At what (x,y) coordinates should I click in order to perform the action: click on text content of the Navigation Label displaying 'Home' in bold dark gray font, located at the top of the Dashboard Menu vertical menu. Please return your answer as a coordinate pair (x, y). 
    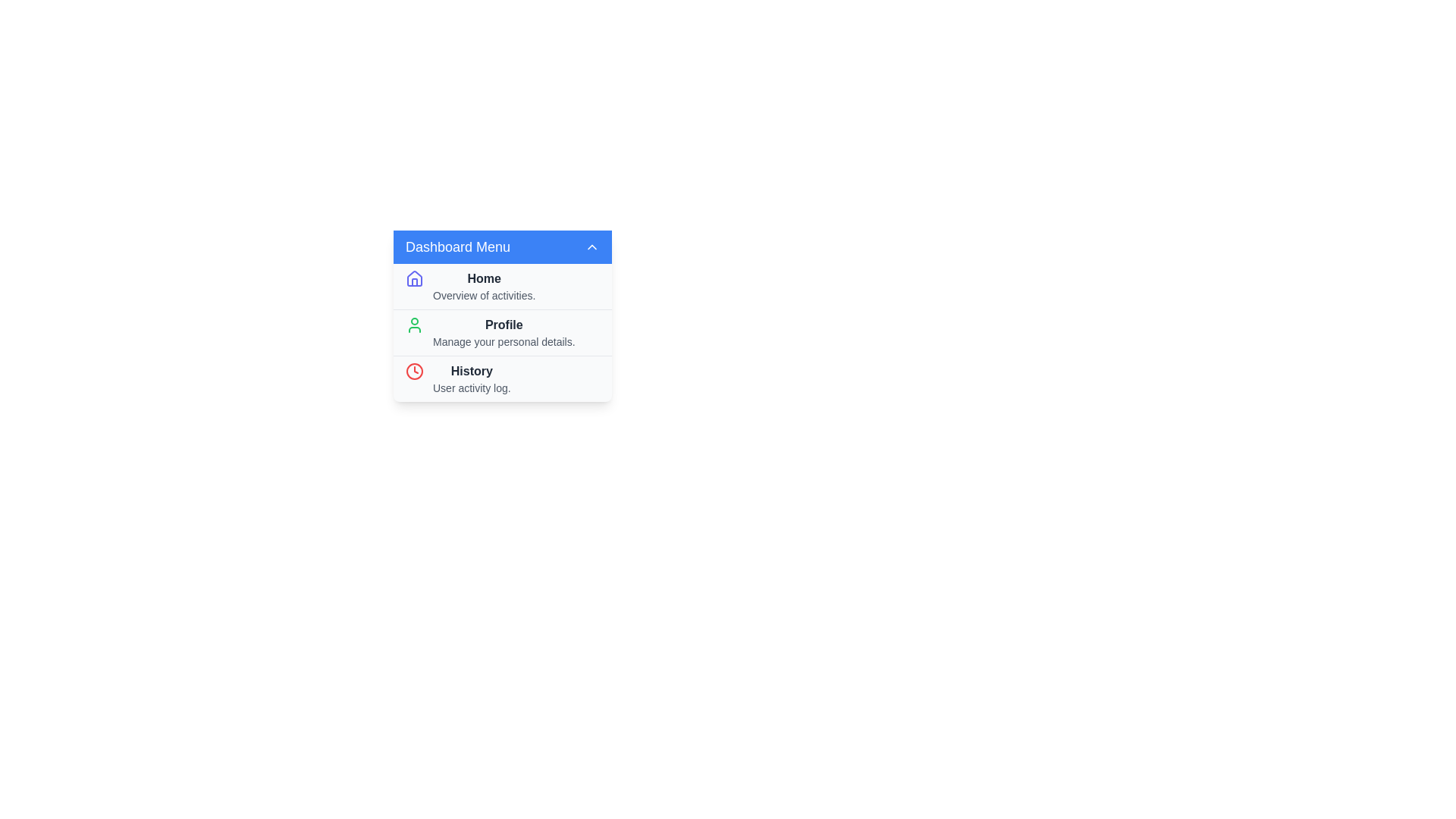
    Looking at the image, I should click on (483, 278).